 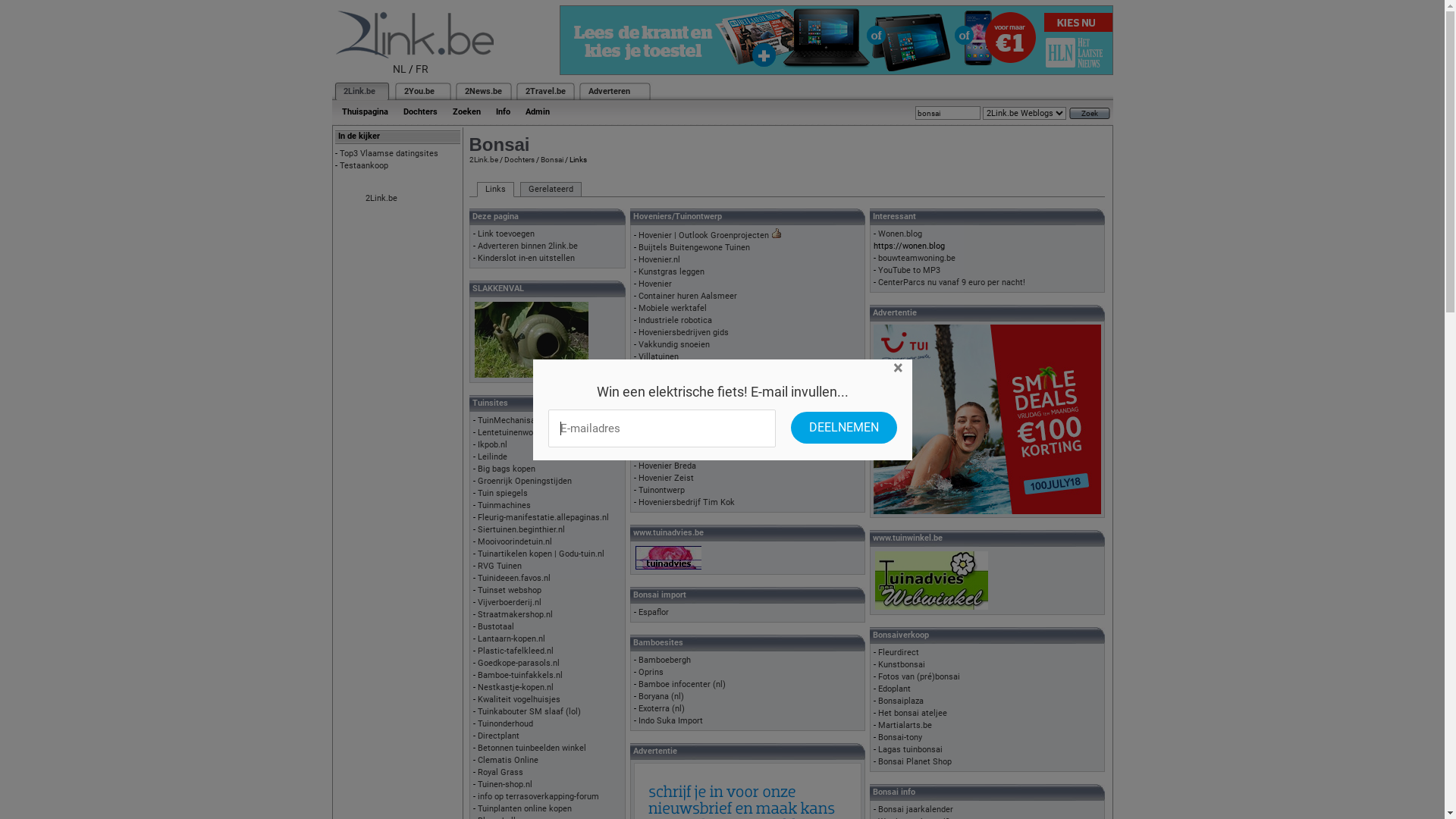 I want to click on 'Dochters', so click(x=420, y=111).